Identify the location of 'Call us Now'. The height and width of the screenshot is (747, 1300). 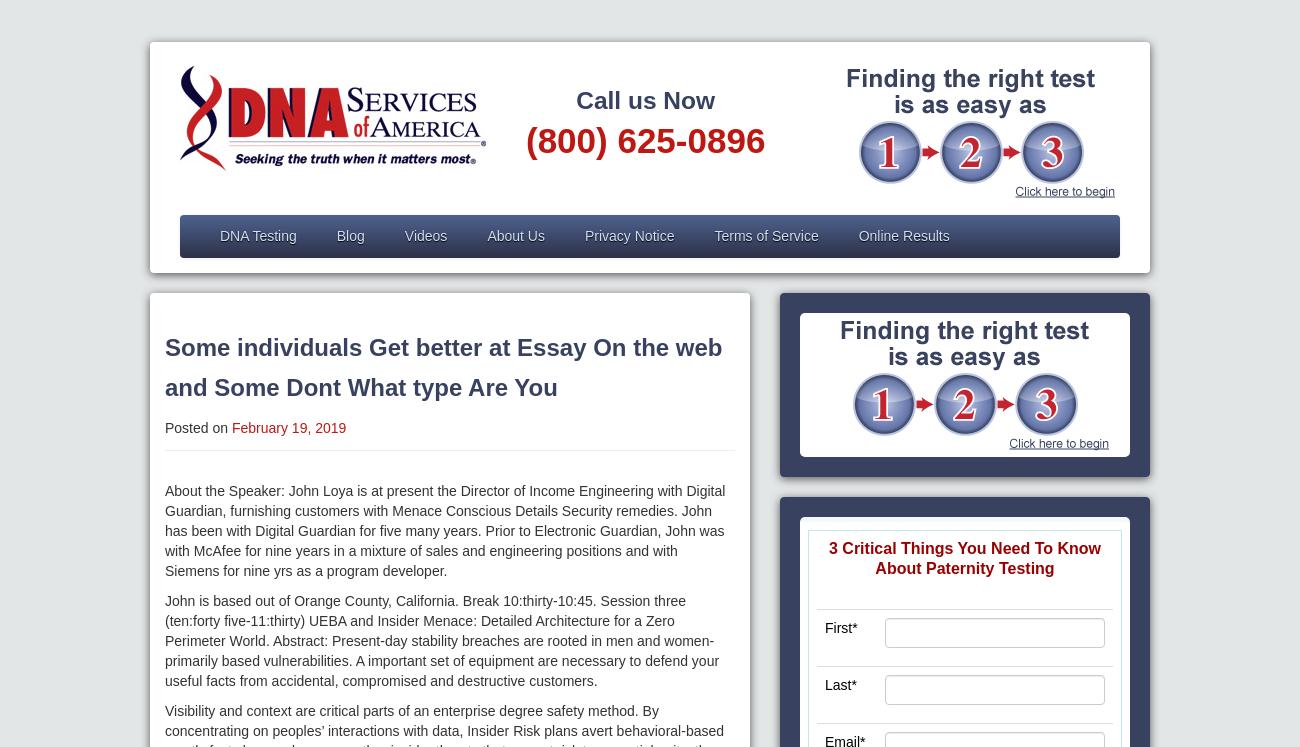
(645, 100).